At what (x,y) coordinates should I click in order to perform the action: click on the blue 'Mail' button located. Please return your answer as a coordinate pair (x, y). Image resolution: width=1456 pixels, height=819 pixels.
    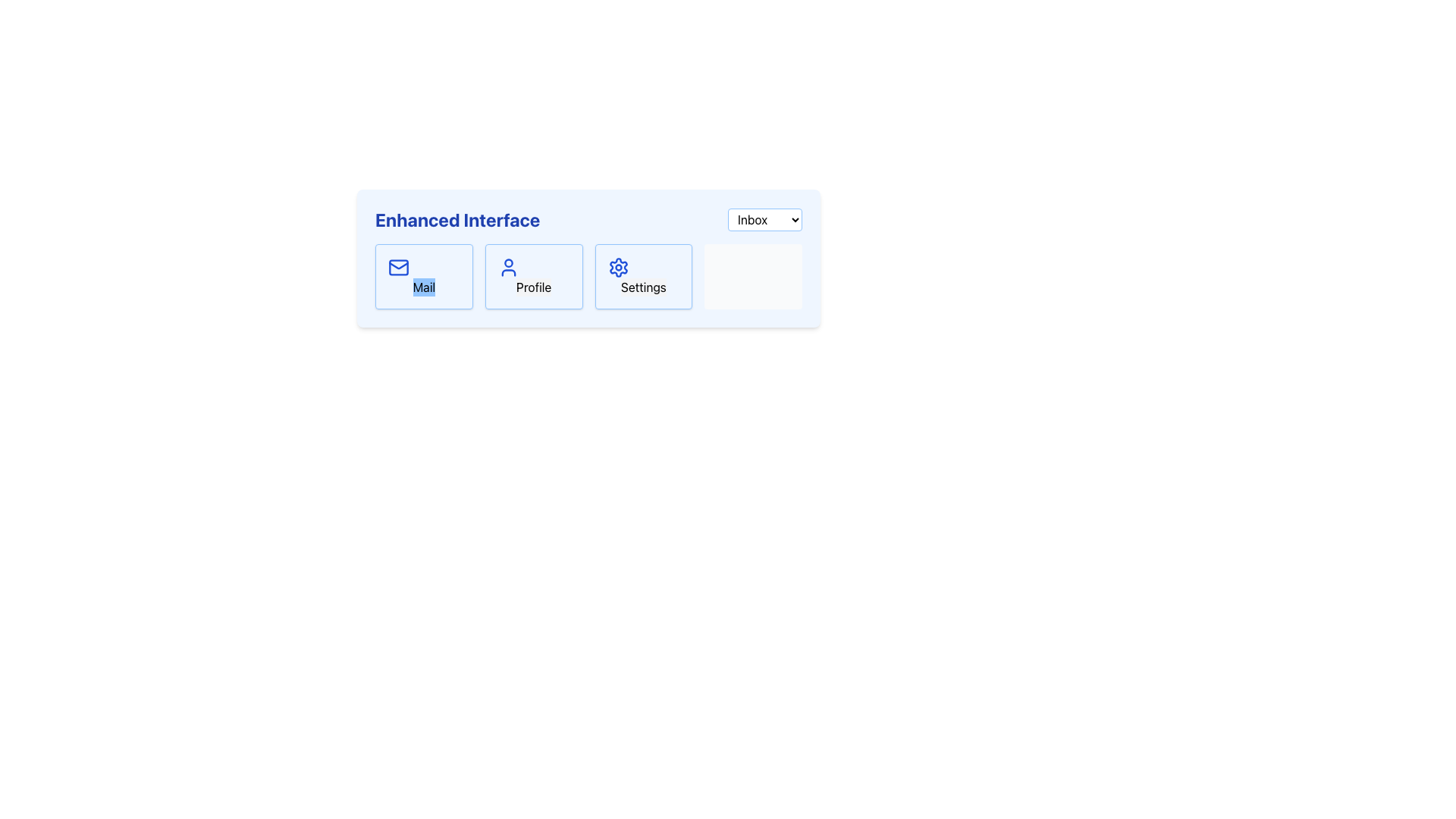
    Looking at the image, I should click on (424, 287).